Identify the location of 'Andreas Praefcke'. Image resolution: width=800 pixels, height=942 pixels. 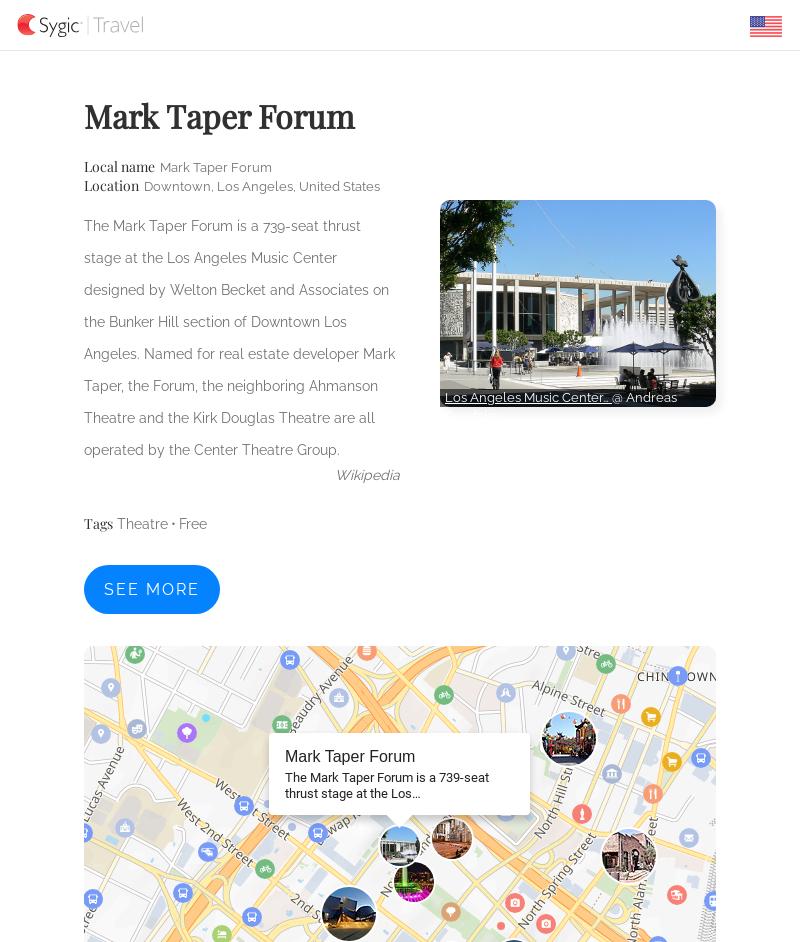
(560, 406).